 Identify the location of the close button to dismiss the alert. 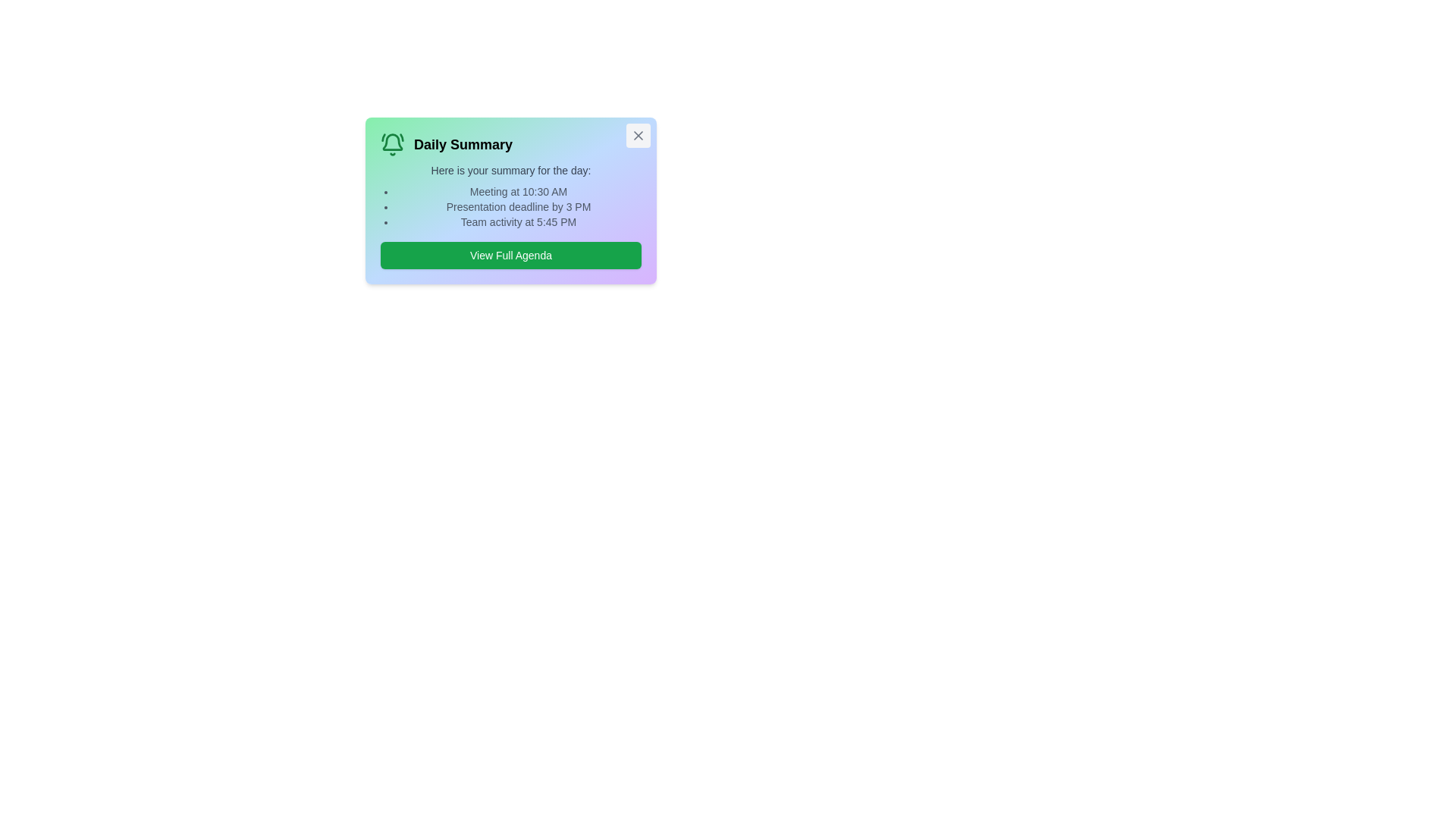
(638, 134).